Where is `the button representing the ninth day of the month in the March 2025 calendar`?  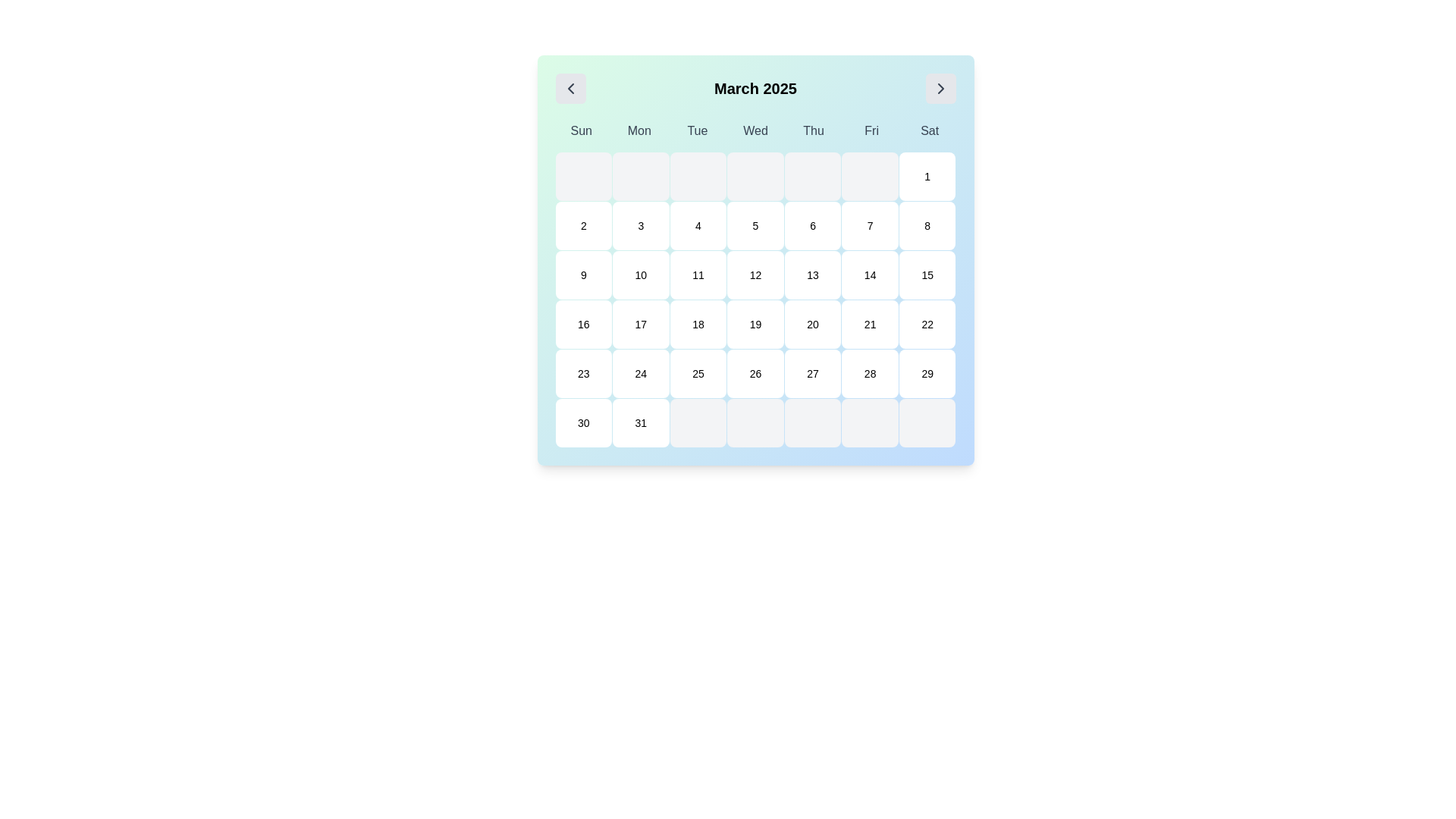 the button representing the ninth day of the month in the March 2025 calendar is located at coordinates (582, 275).